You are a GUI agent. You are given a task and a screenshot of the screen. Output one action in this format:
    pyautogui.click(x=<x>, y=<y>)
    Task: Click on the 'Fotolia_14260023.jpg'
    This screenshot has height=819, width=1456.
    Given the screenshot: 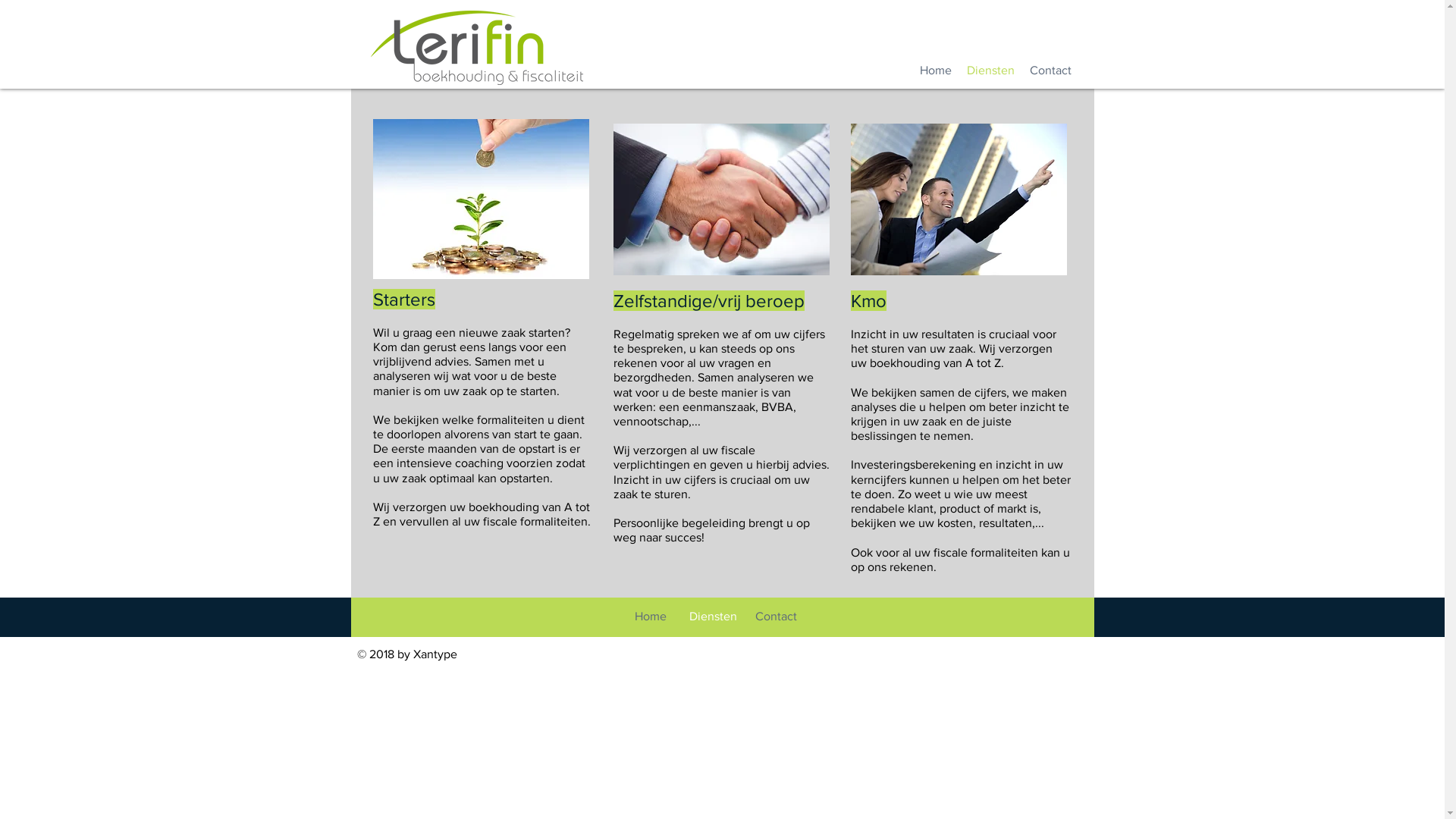 What is the action you would take?
    pyautogui.click(x=480, y=198)
    